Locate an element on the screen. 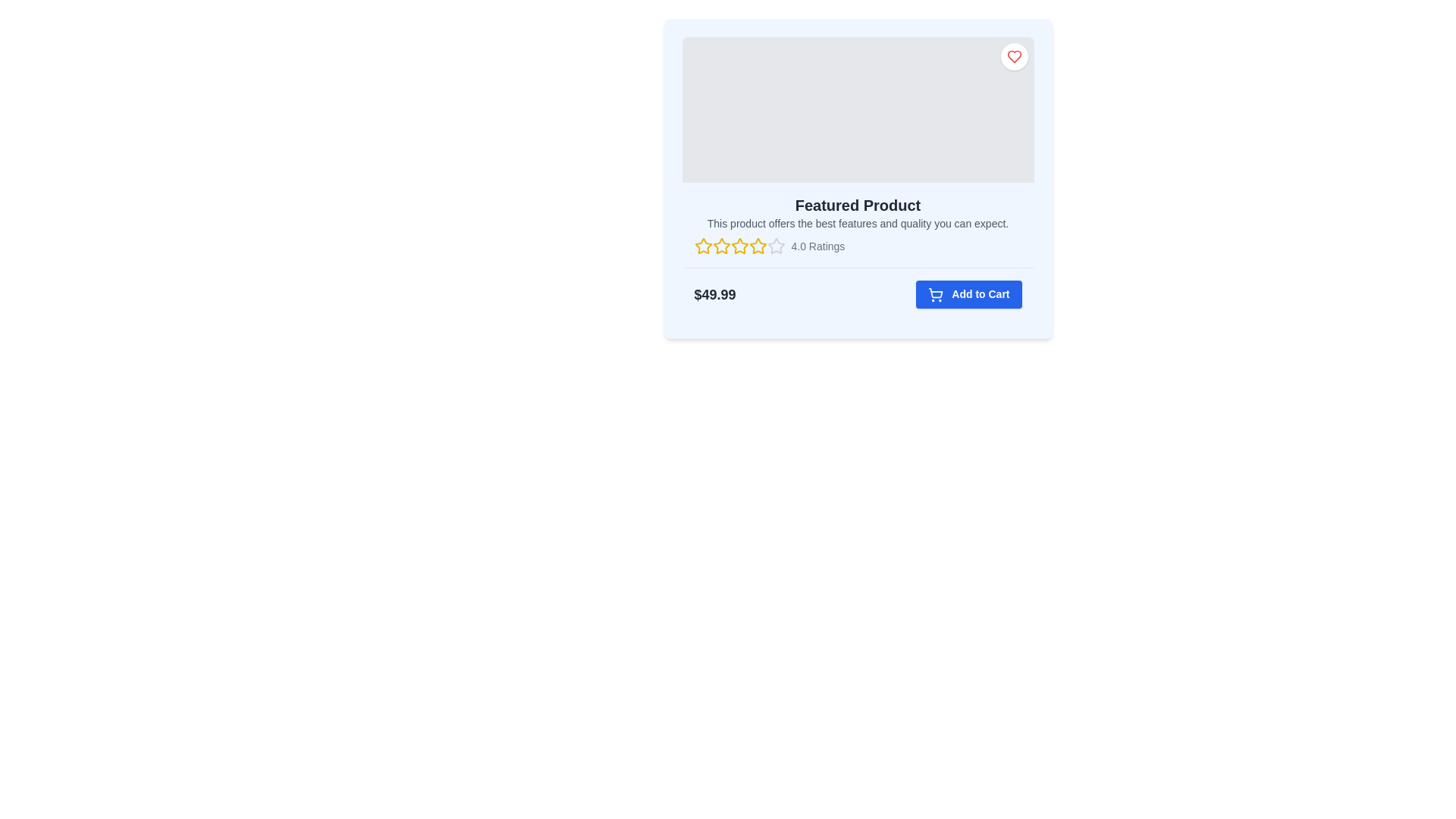 Image resolution: width=1456 pixels, height=819 pixels. the product title text label at the top of the card interface, which is centered horizontally and draws attention to the product's name is located at coordinates (858, 205).